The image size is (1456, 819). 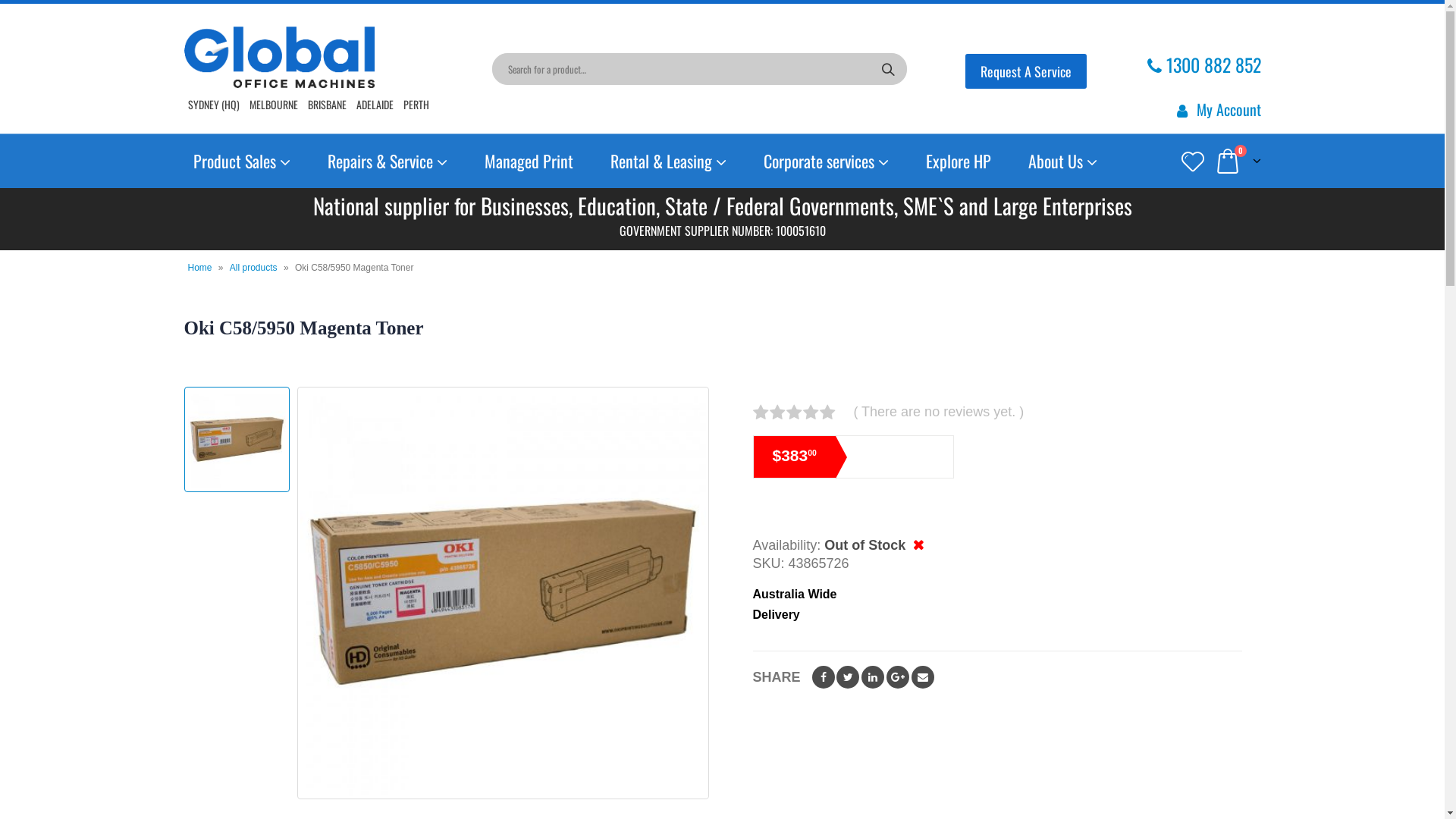 What do you see at coordinates (416, 103) in the screenshot?
I see `'PERTH'` at bounding box center [416, 103].